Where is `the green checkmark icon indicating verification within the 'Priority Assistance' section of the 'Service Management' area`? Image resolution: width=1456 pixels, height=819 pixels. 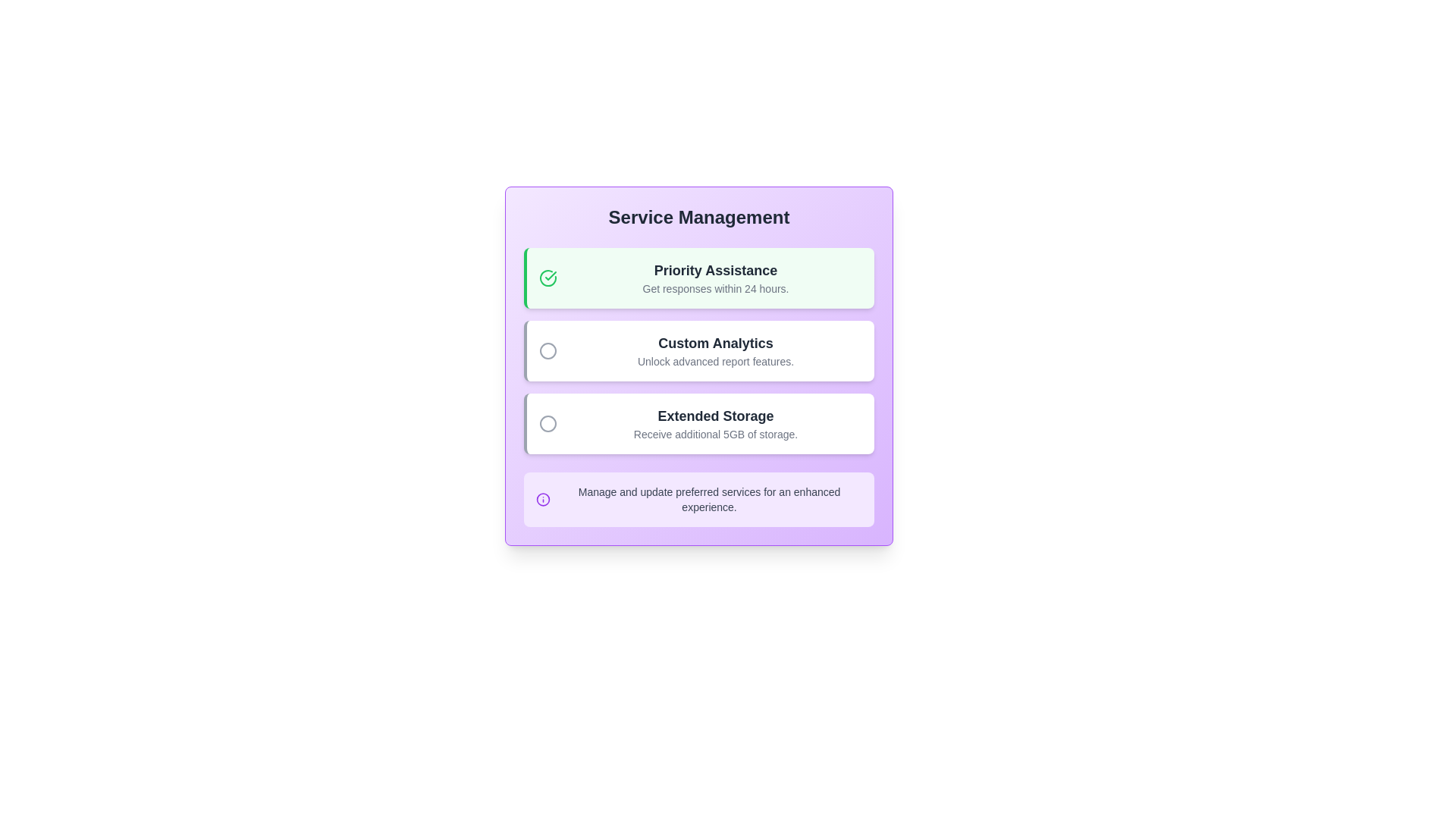 the green checkmark icon indicating verification within the 'Priority Assistance' section of the 'Service Management' area is located at coordinates (550, 275).